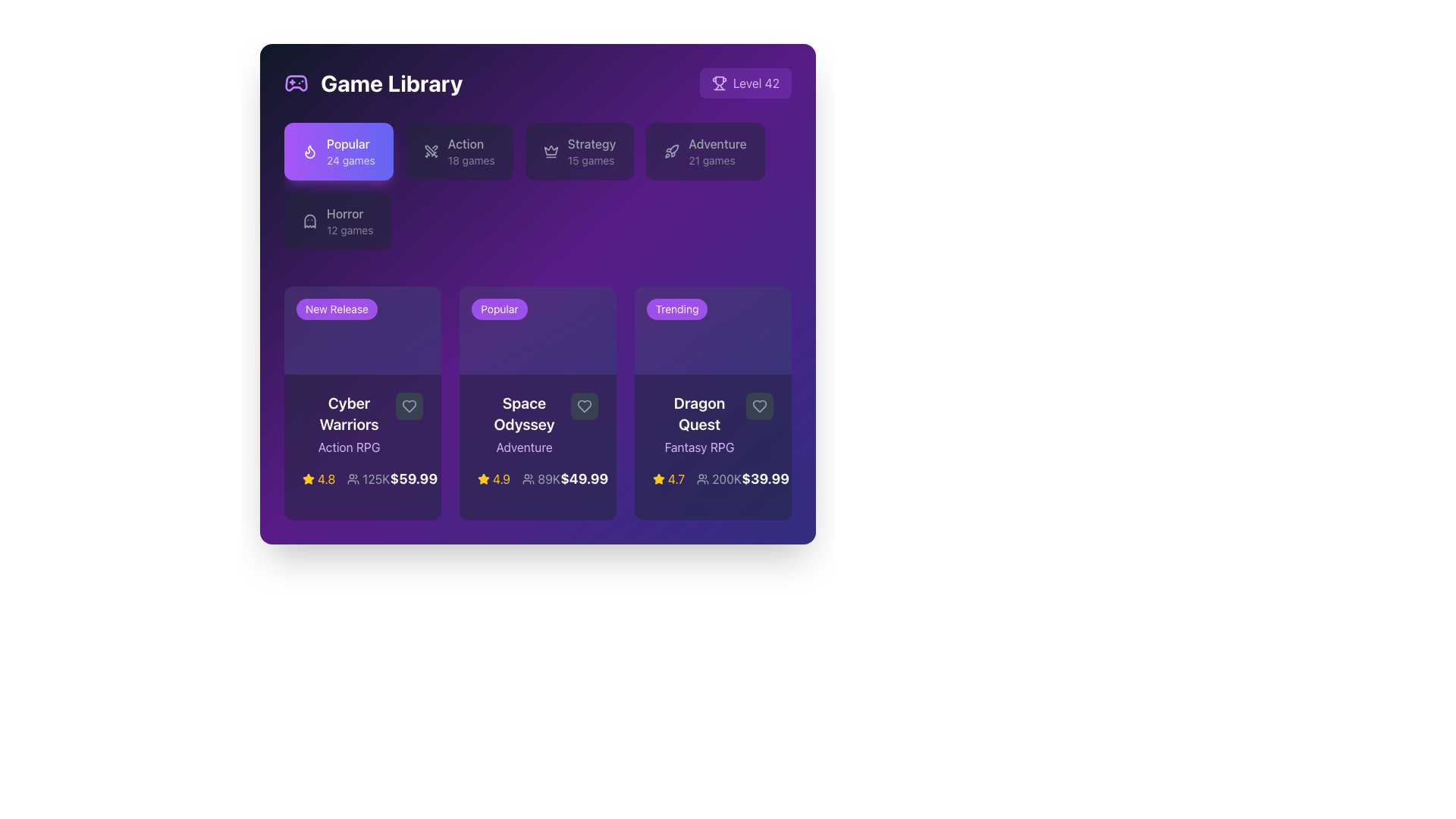 The image size is (1456, 819). What do you see at coordinates (584, 406) in the screenshot?
I see `the heart icon located at the top-right corner of the lower half of the 'Space Odyssey' card to mark the game as a favorite` at bounding box center [584, 406].